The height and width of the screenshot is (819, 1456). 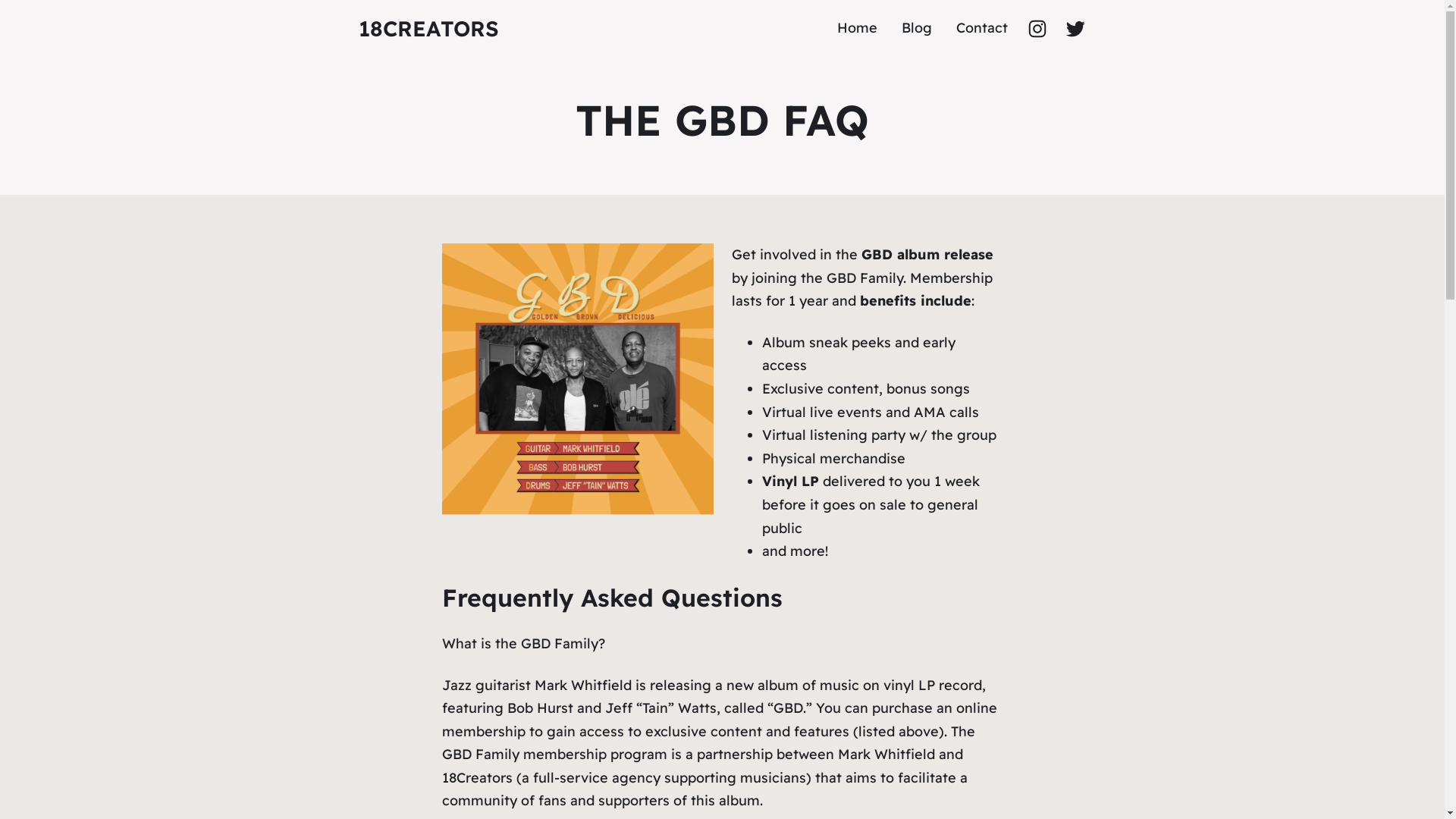 What do you see at coordinates (1073, 28) in the screenshot?
I see `'Twitter'` at bounding box center [1073, 28].